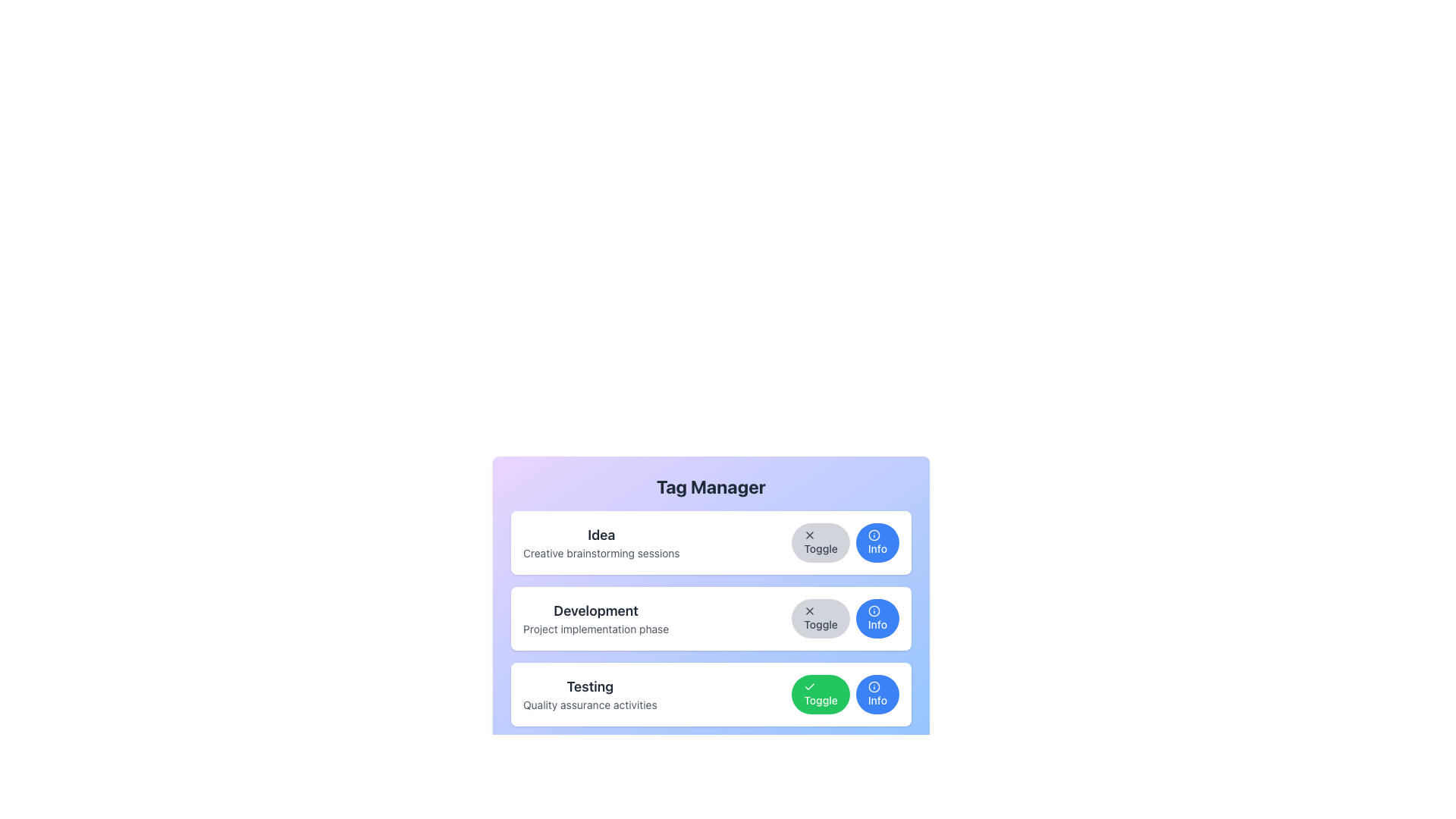  What do you see at coordinates (874, 534) in the screenshot?
I see `the circular base of the 'info' icon in the 'Idea' category` at bounding box center [874, 534].